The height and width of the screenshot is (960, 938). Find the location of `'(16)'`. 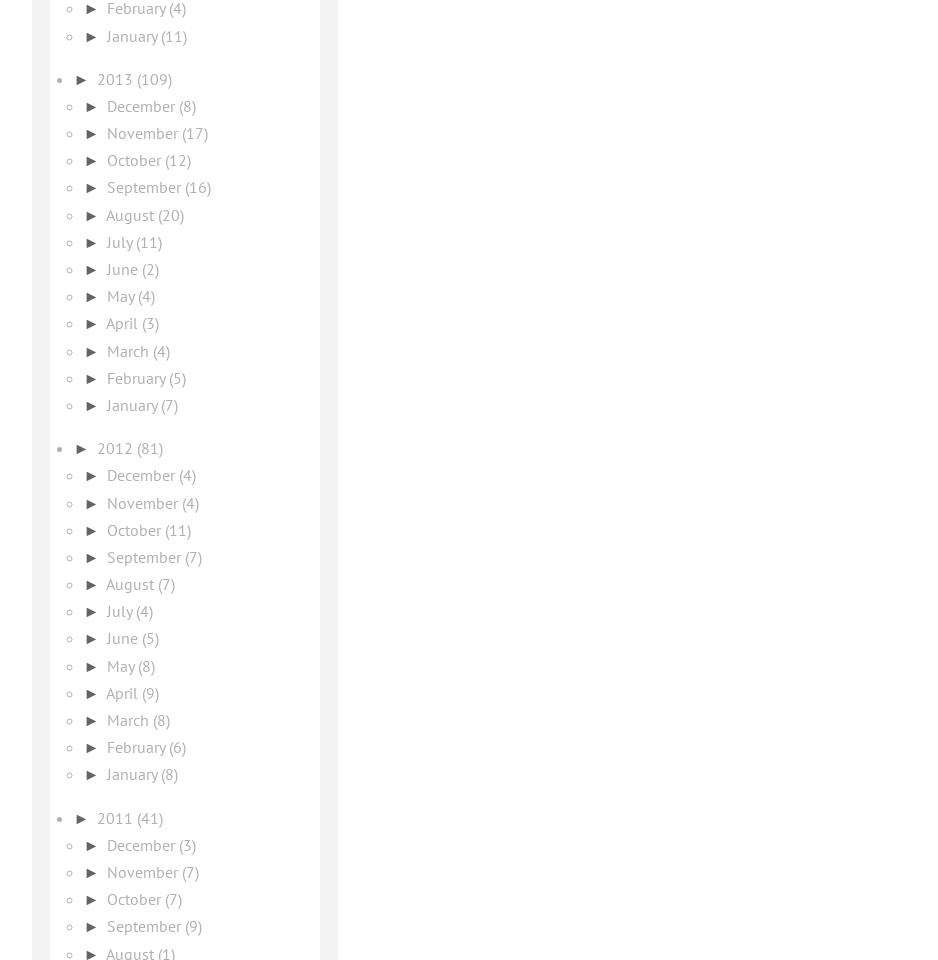

'(16)' is located at coordinates (197, 187).